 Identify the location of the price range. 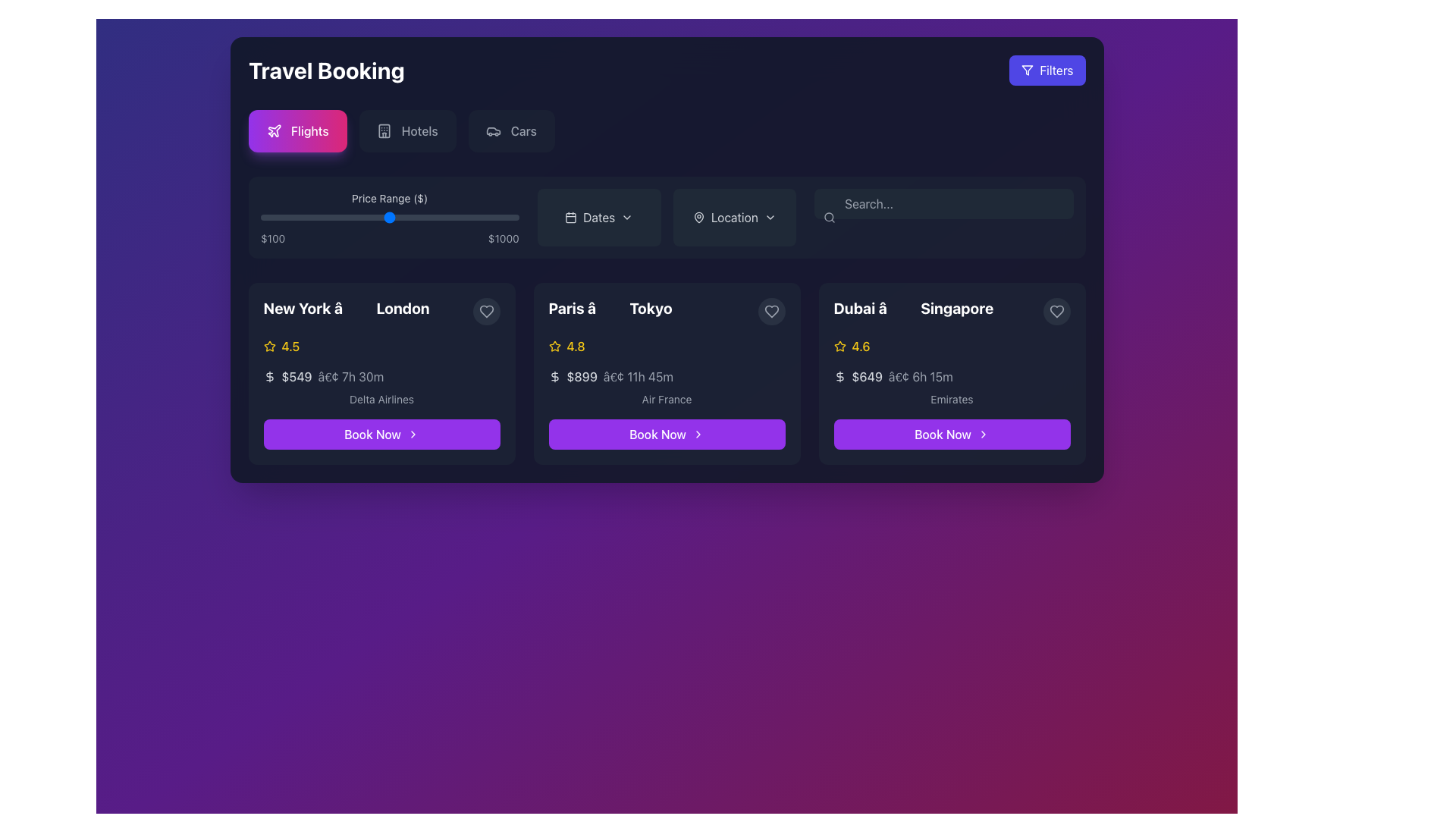
(400, 217).